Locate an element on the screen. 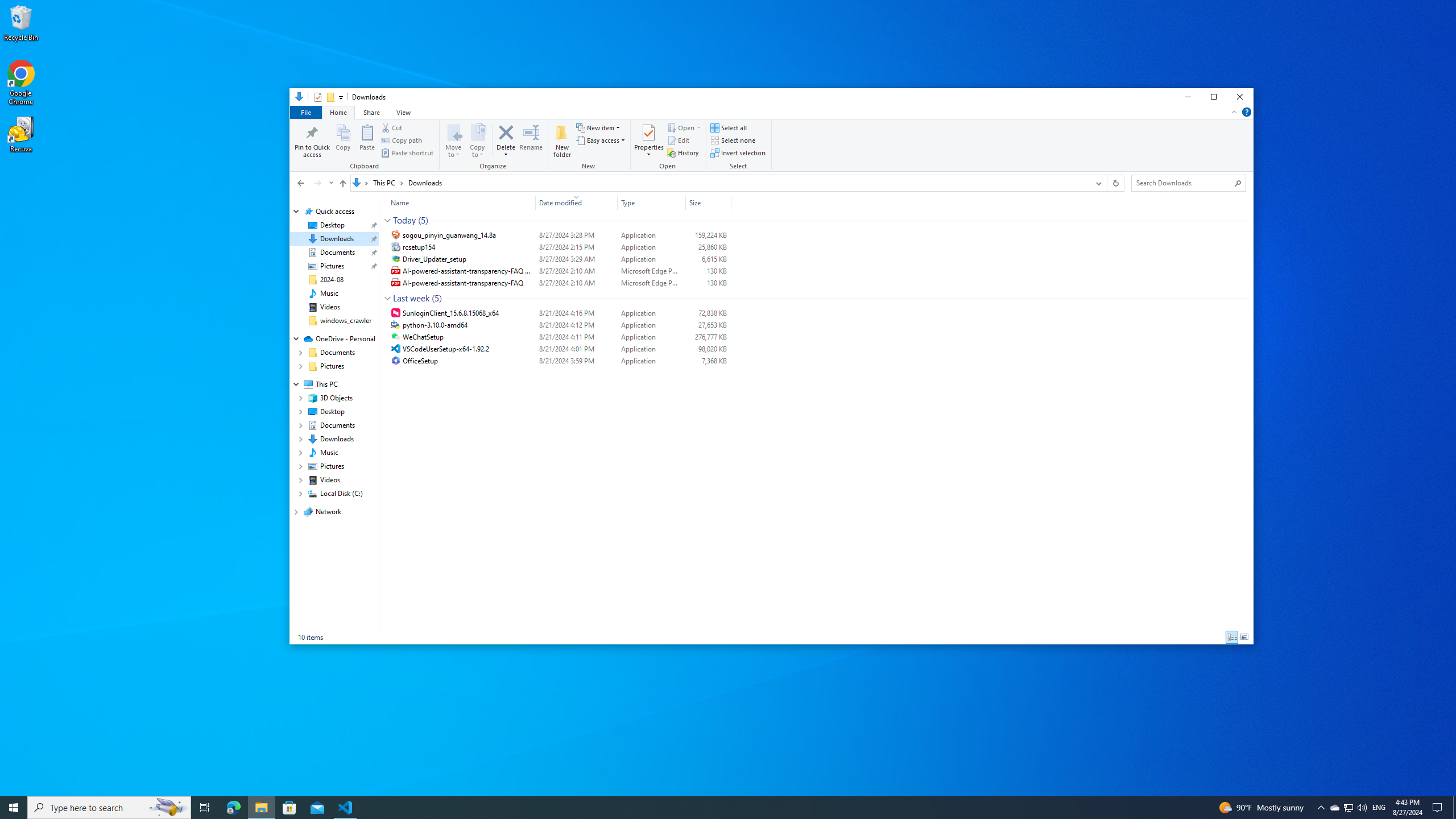 Image resolution: width=1456 pixels, height=819 pixels. 'Close' is located at coordinates (1240, 96).